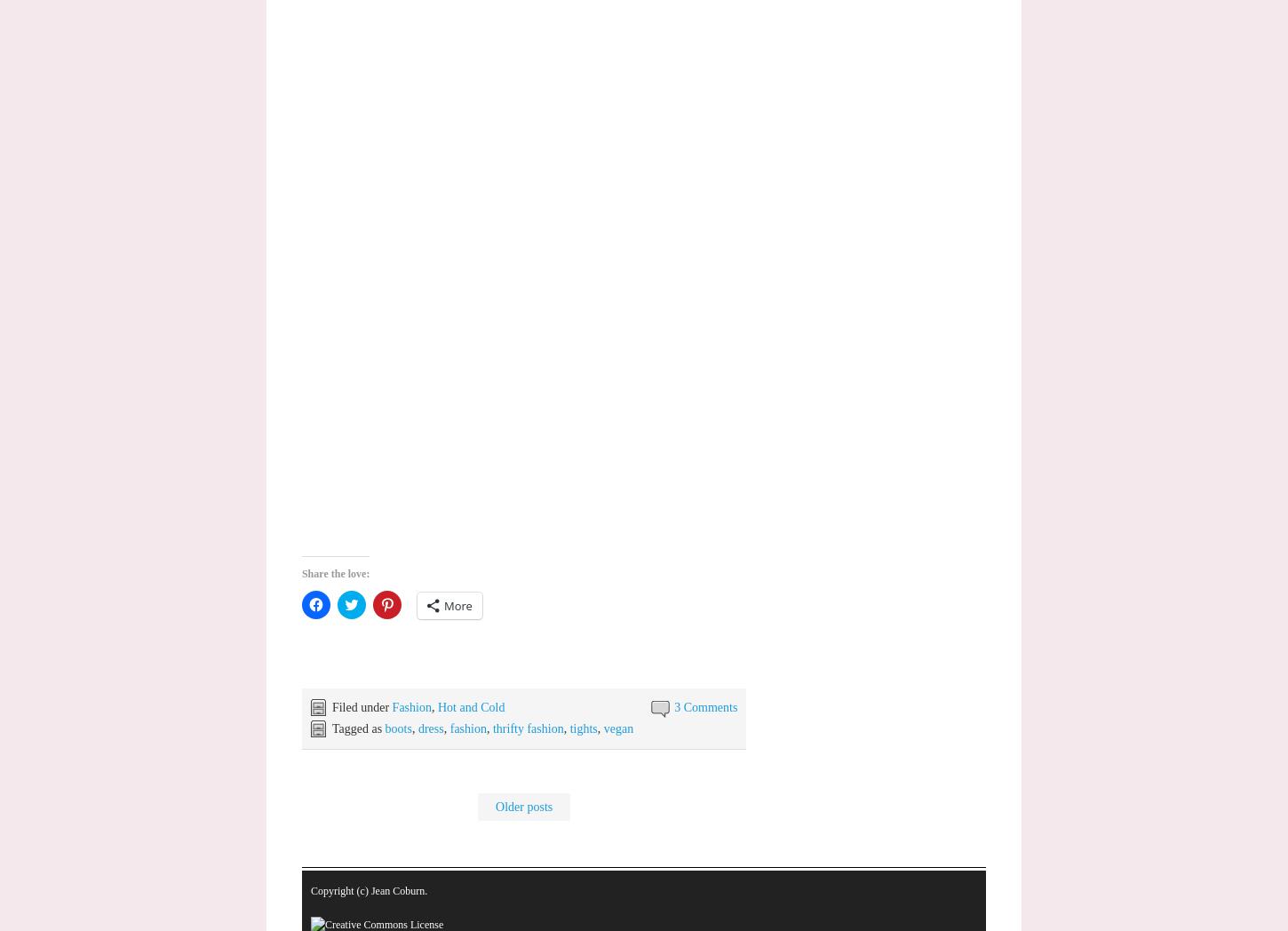  What do you see at coordinates (430, 728) in the screenshot?
I see `'dress'` at bounding box center [430, 728].